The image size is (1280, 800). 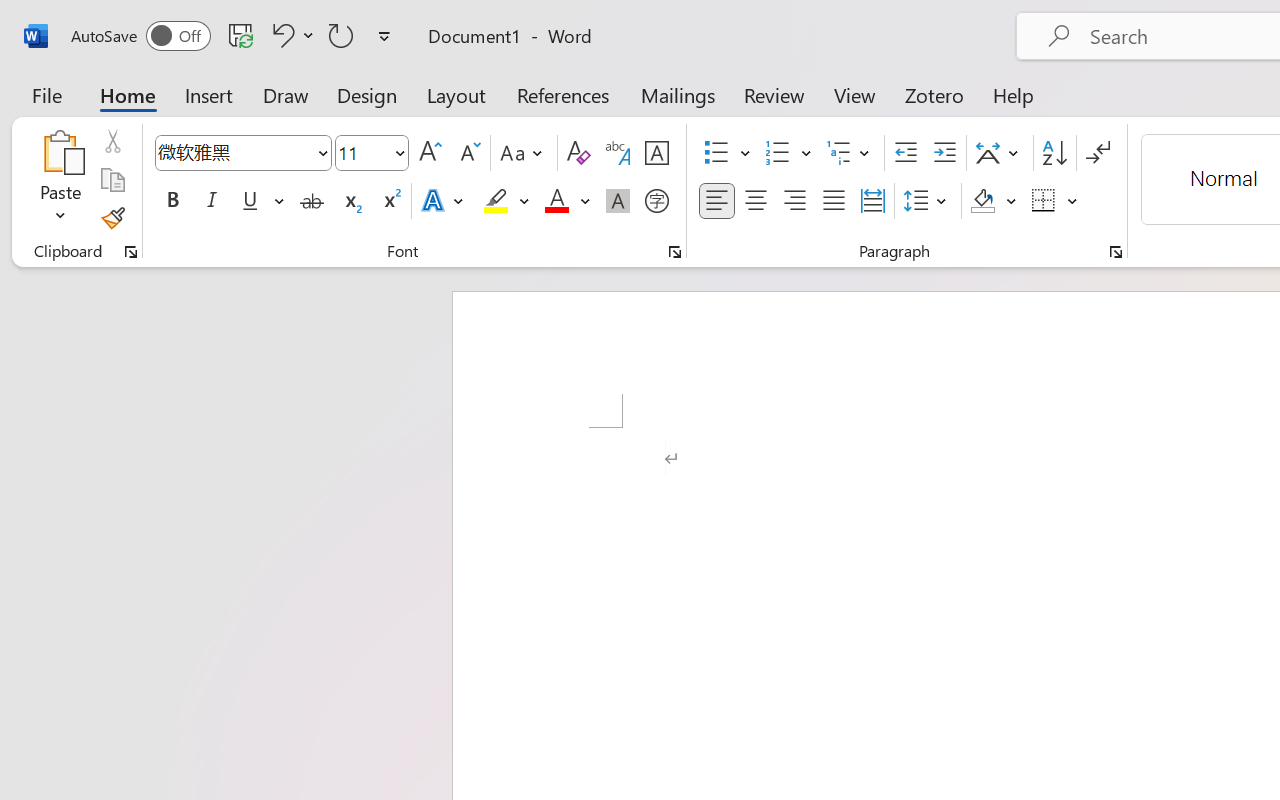 What do you see at coordinates (289, 34) in the screenshot?
I see `'Undo <ApplyStyleToDoc>b__0'` at bounding box center [289, 34].